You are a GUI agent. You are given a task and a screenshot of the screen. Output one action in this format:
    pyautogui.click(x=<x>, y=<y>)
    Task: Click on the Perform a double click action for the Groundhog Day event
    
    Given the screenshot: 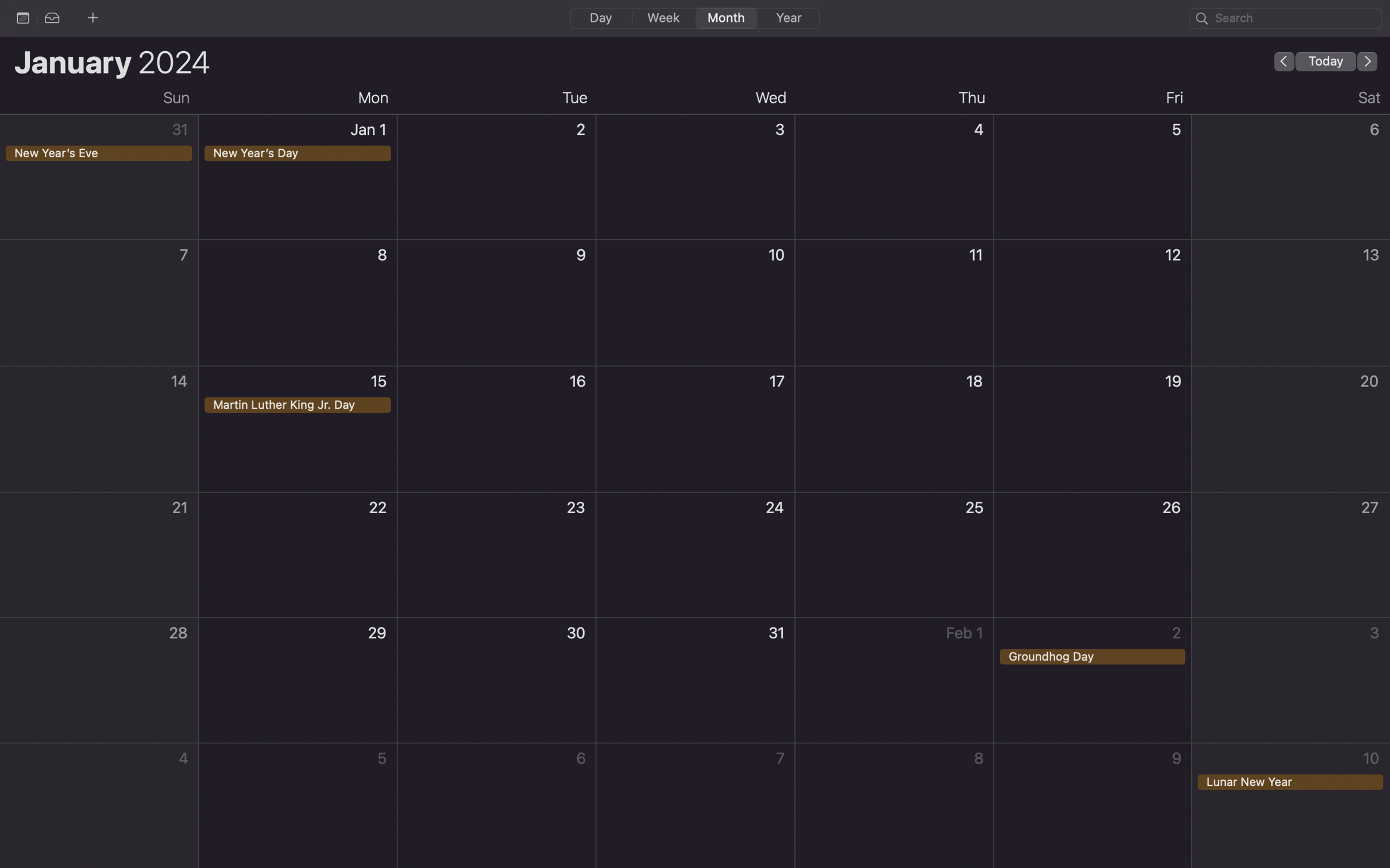 What is the action you would take?
    pyautogui.click(x=1095, y=681)
    